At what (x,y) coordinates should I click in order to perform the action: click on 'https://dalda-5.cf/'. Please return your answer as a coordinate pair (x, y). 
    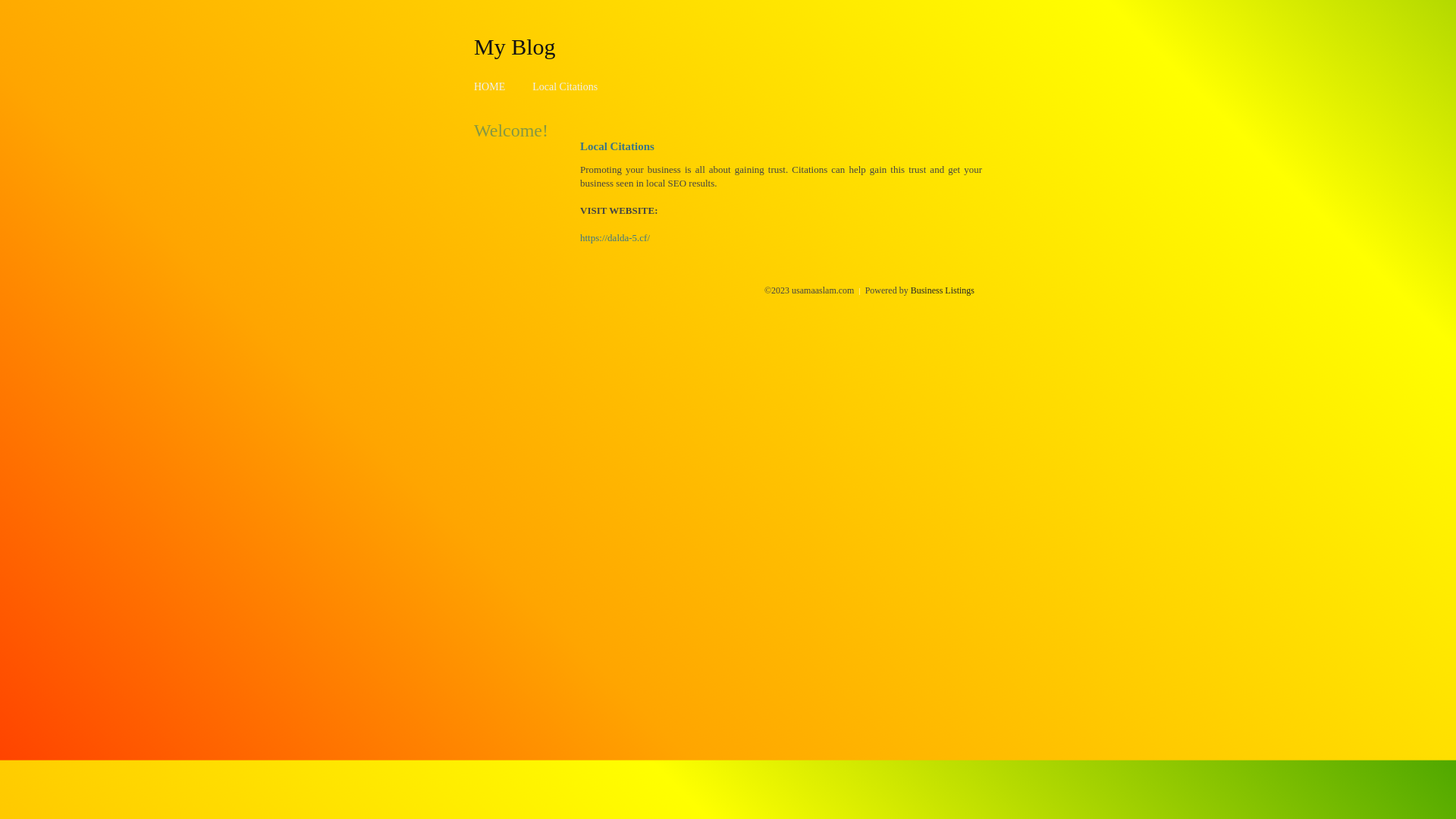
    Looking at the image, I should click on (615, 237).